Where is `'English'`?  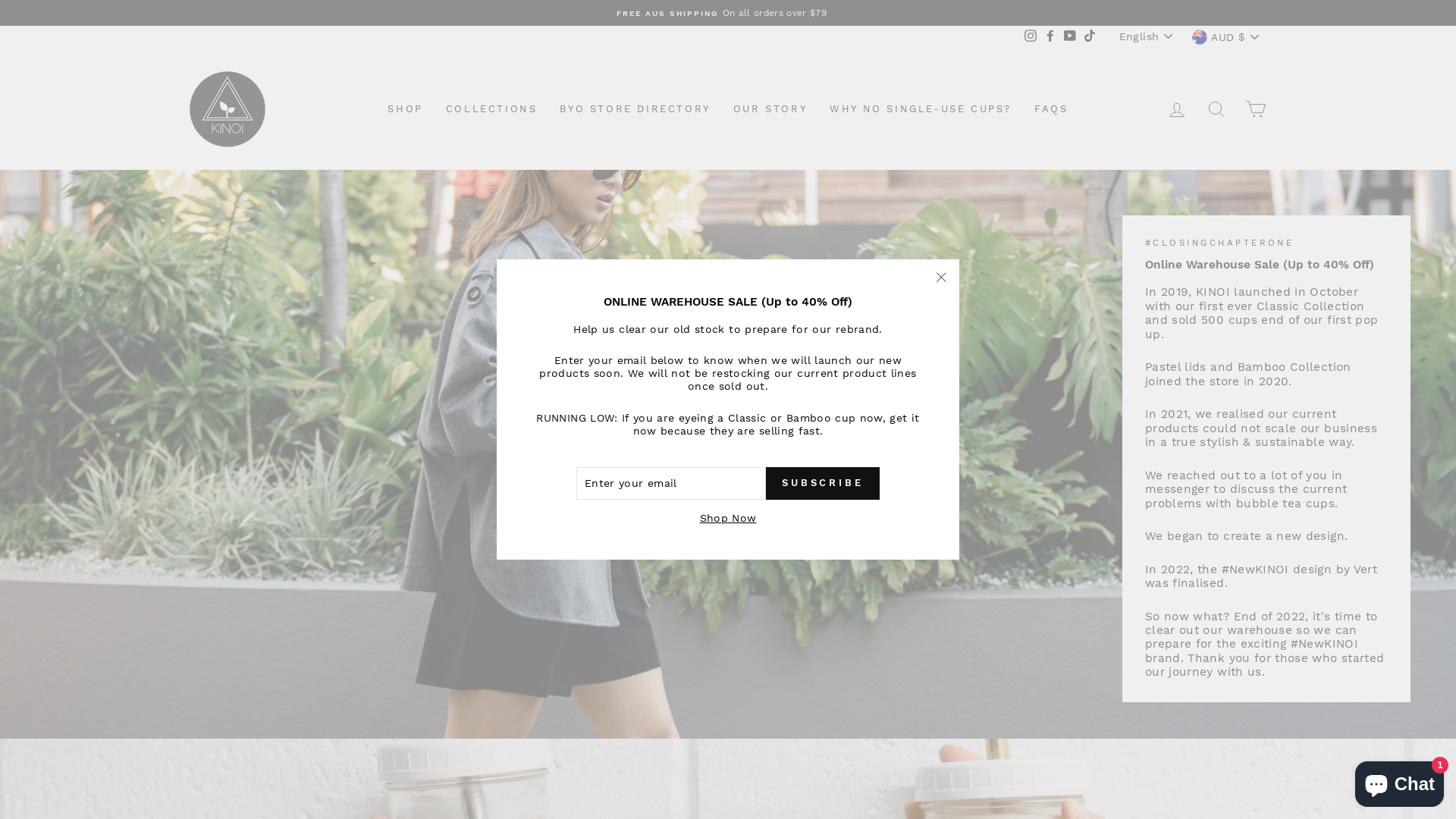 'English' is located at coordinates (1114, 35).